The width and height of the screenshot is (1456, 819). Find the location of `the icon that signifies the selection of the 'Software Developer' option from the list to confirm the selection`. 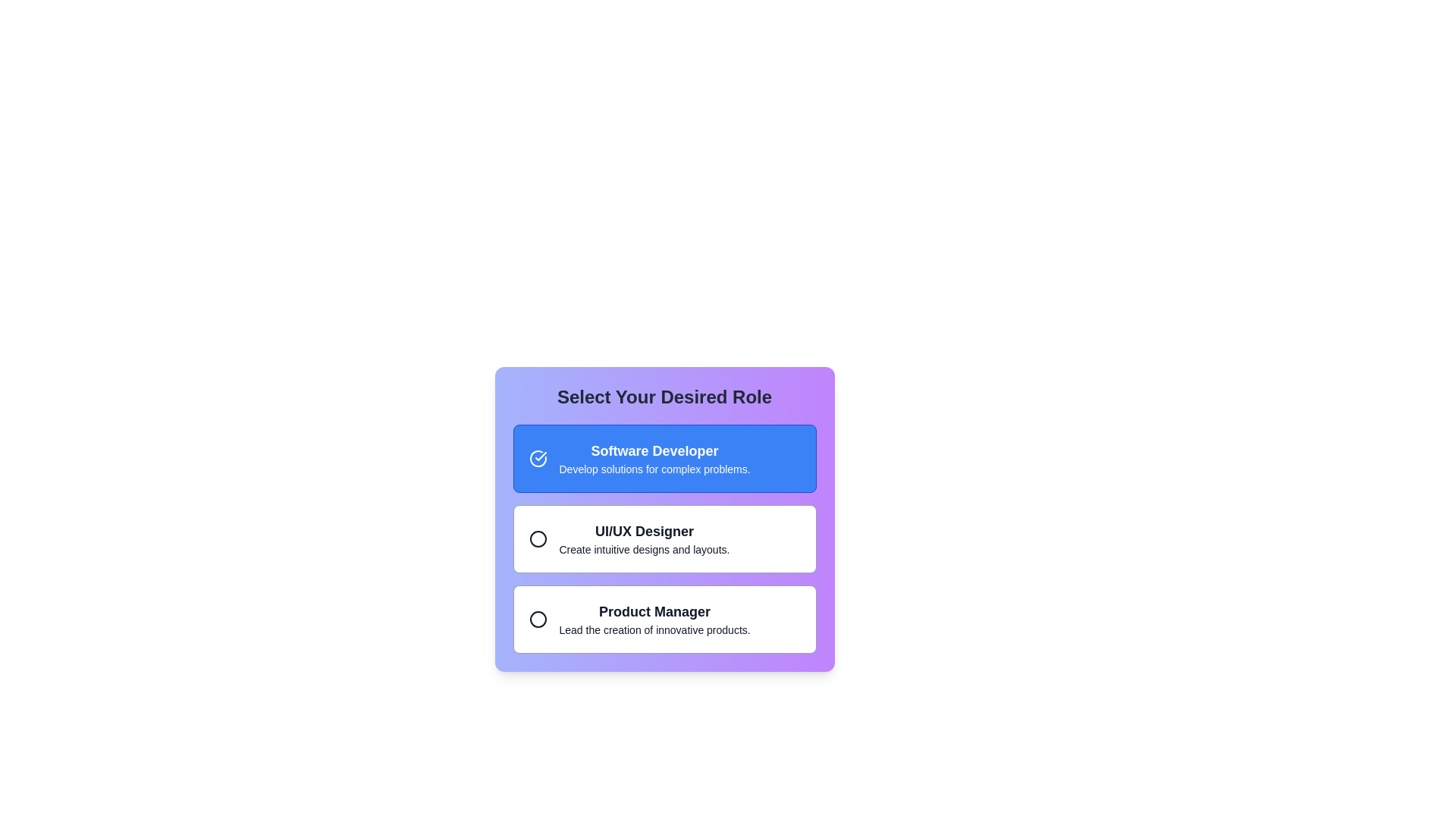

the icon that signifies the selection of the 'Software Developer' option from the list to confirm the selection is located at coordinates (538, 458).